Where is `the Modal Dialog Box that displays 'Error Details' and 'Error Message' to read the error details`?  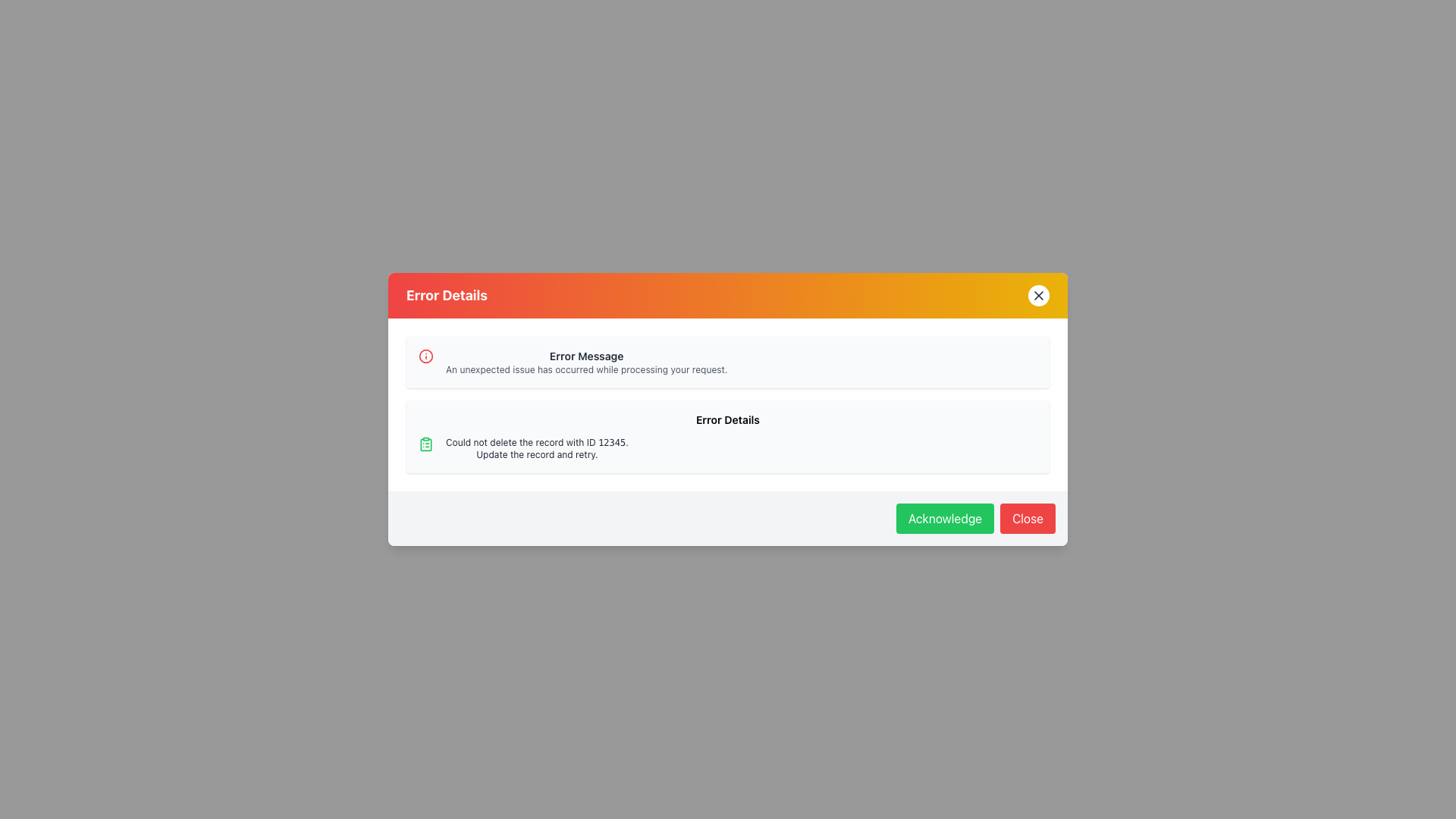
the Modal Dialog Box that displays 'Error Details' and 'Error Message' to read the error details is located at coordinates (728, 409).